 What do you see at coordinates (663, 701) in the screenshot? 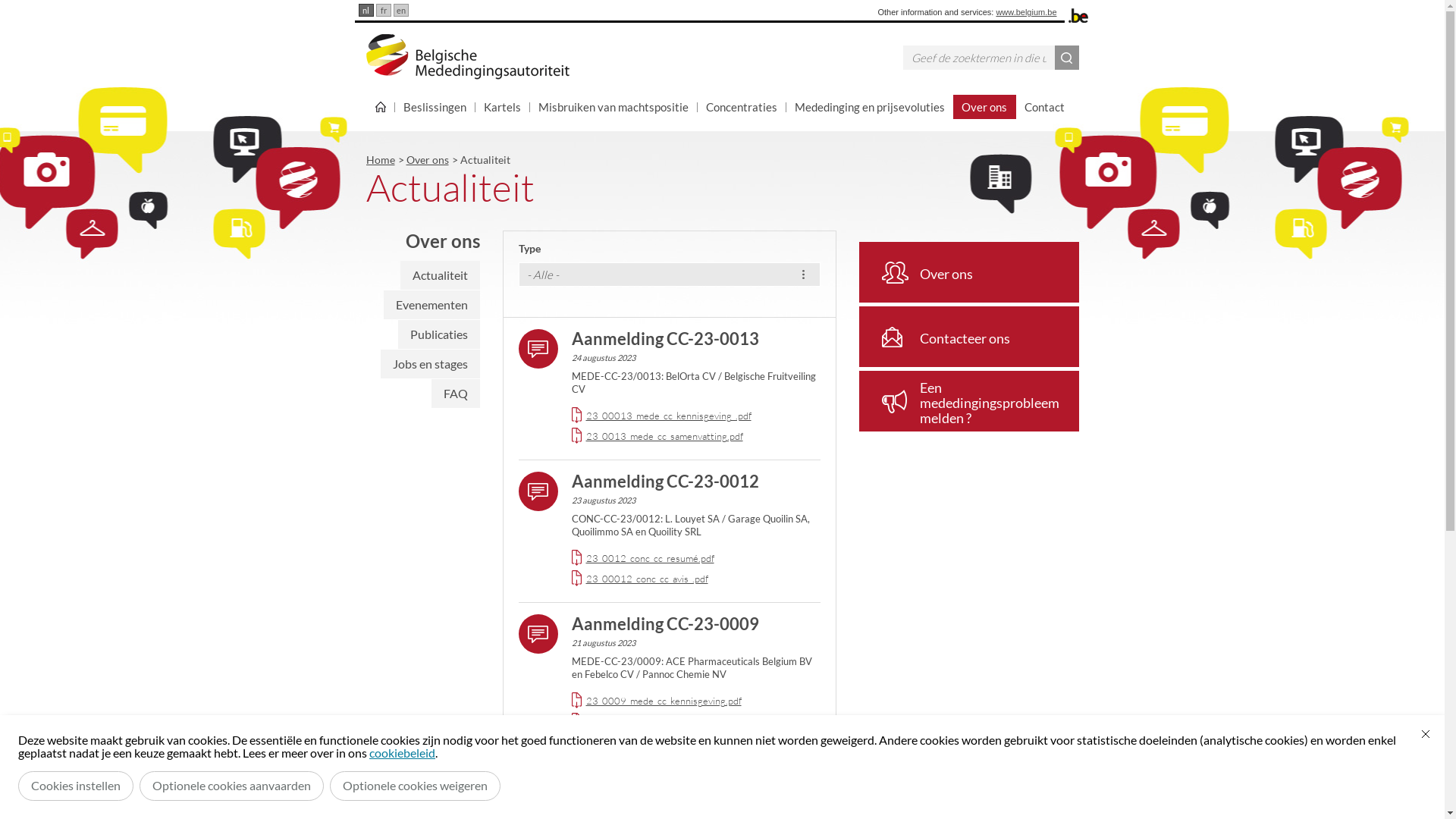
I see `'23_0009_mede_cc_kennisgeving.pdf'` at bounding box center [663, 701].